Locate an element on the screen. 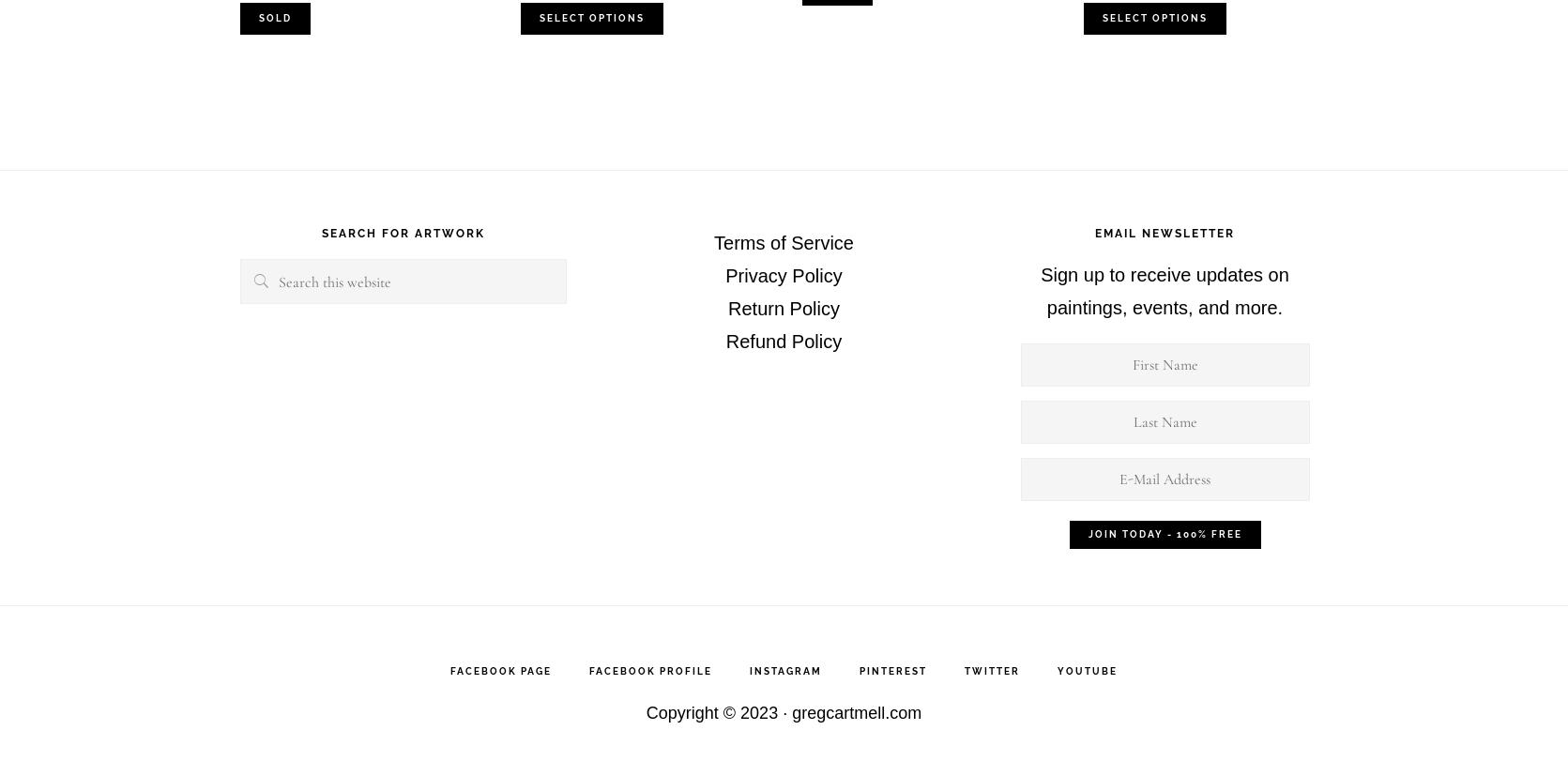 The height and width of the screenshot is (776, 1568). 'Refund Policy' is located at coordinates (725, 339).